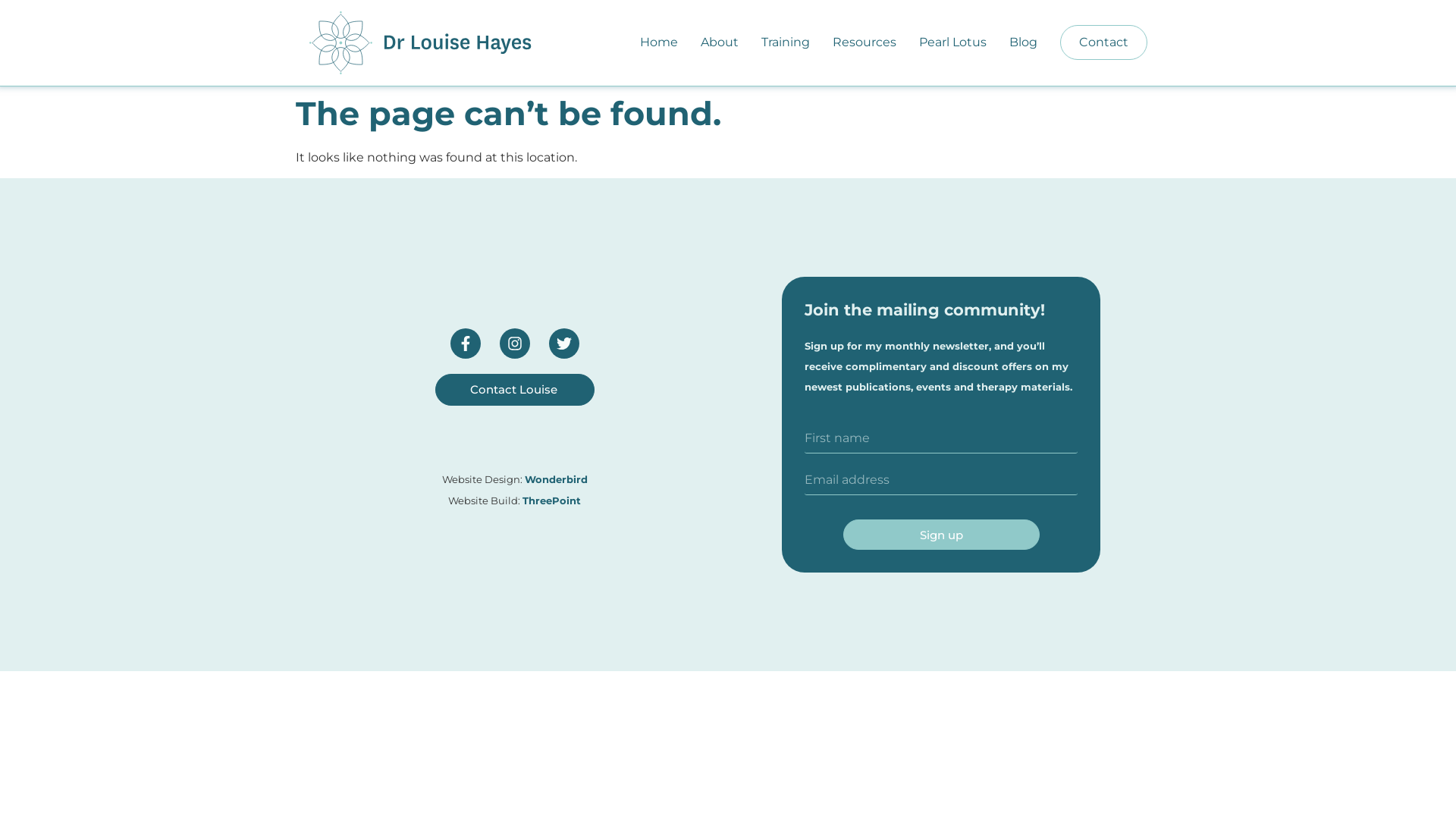  What do you see at coordinates (551, 500) in the screenshot?
I see `'ThreePoint'` at bounding box center [551, 500].